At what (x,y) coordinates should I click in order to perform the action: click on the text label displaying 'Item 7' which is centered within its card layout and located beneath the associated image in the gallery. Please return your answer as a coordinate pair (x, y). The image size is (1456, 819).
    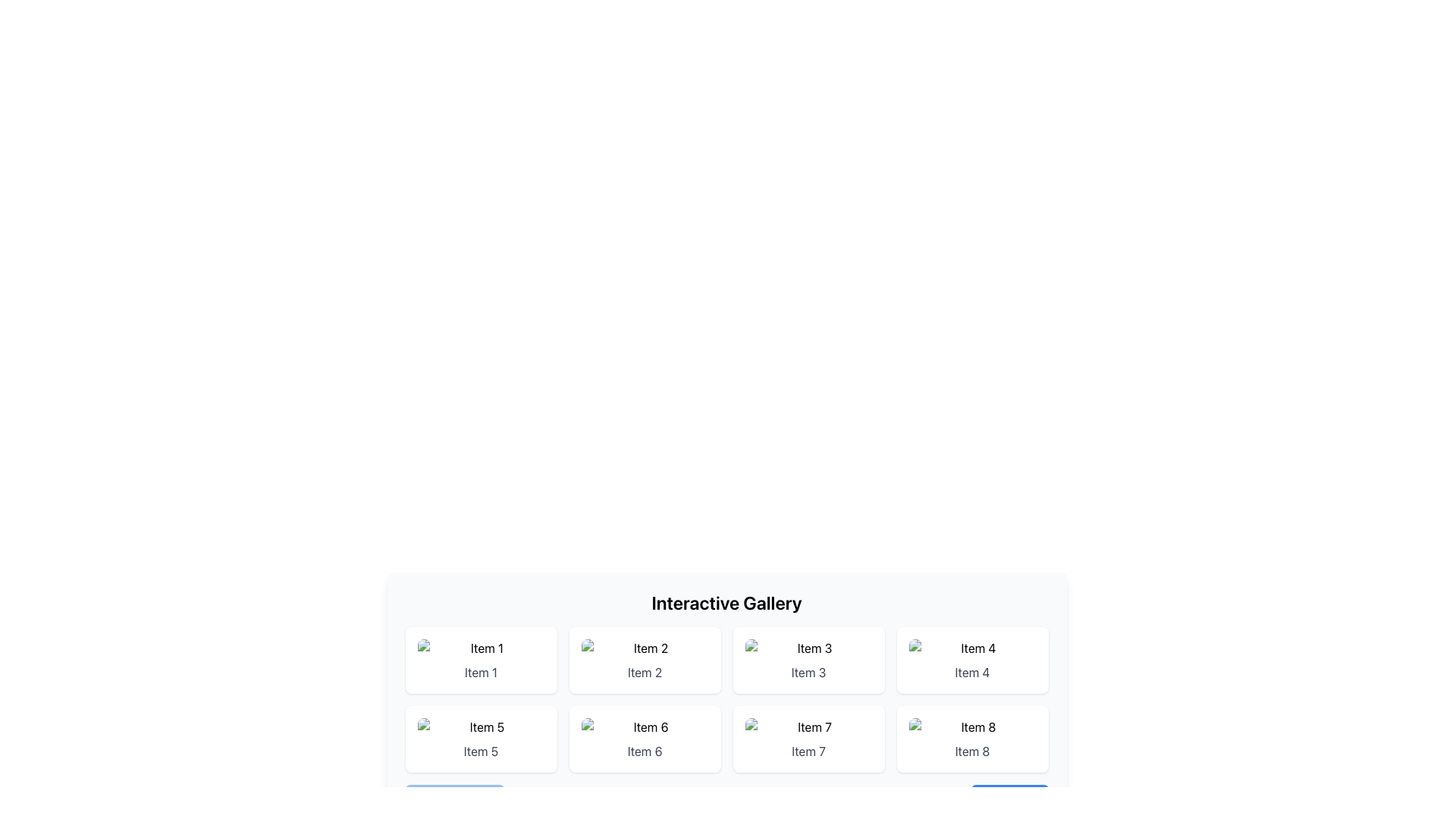
    Looking at the image, I should click on (808, 752).